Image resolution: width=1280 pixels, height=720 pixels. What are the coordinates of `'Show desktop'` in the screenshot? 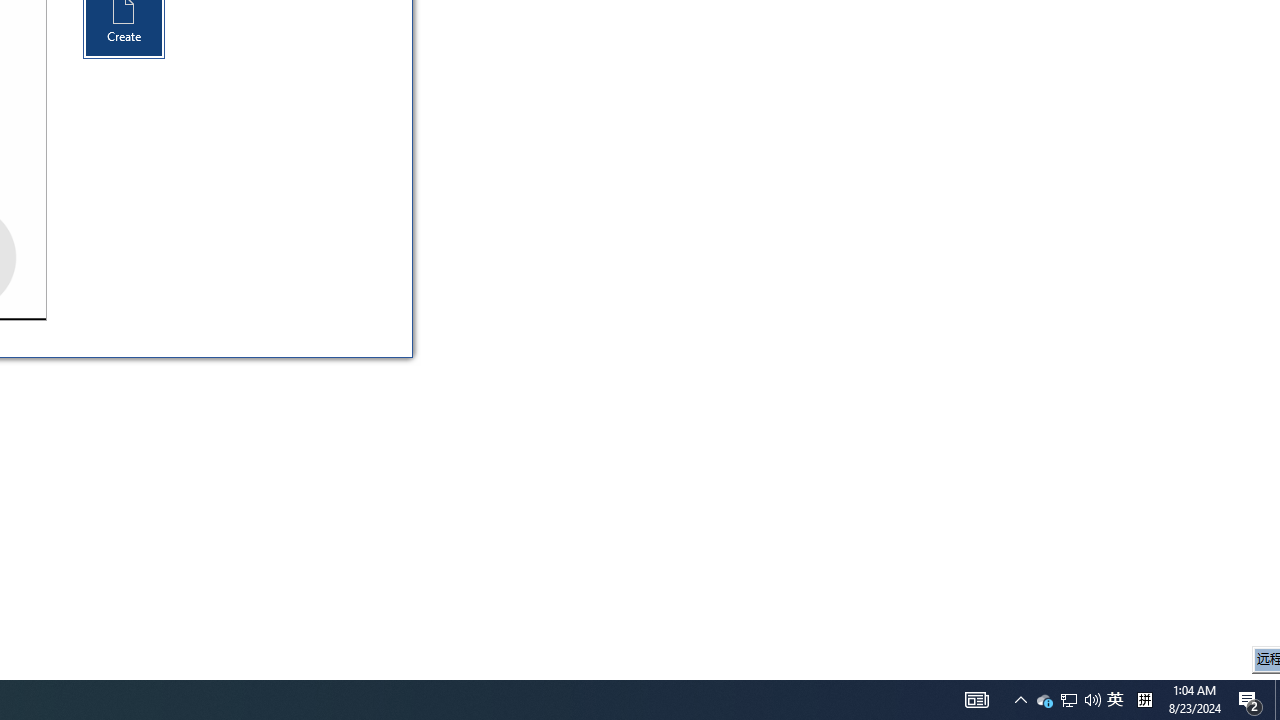 It's located at (1276, 698).